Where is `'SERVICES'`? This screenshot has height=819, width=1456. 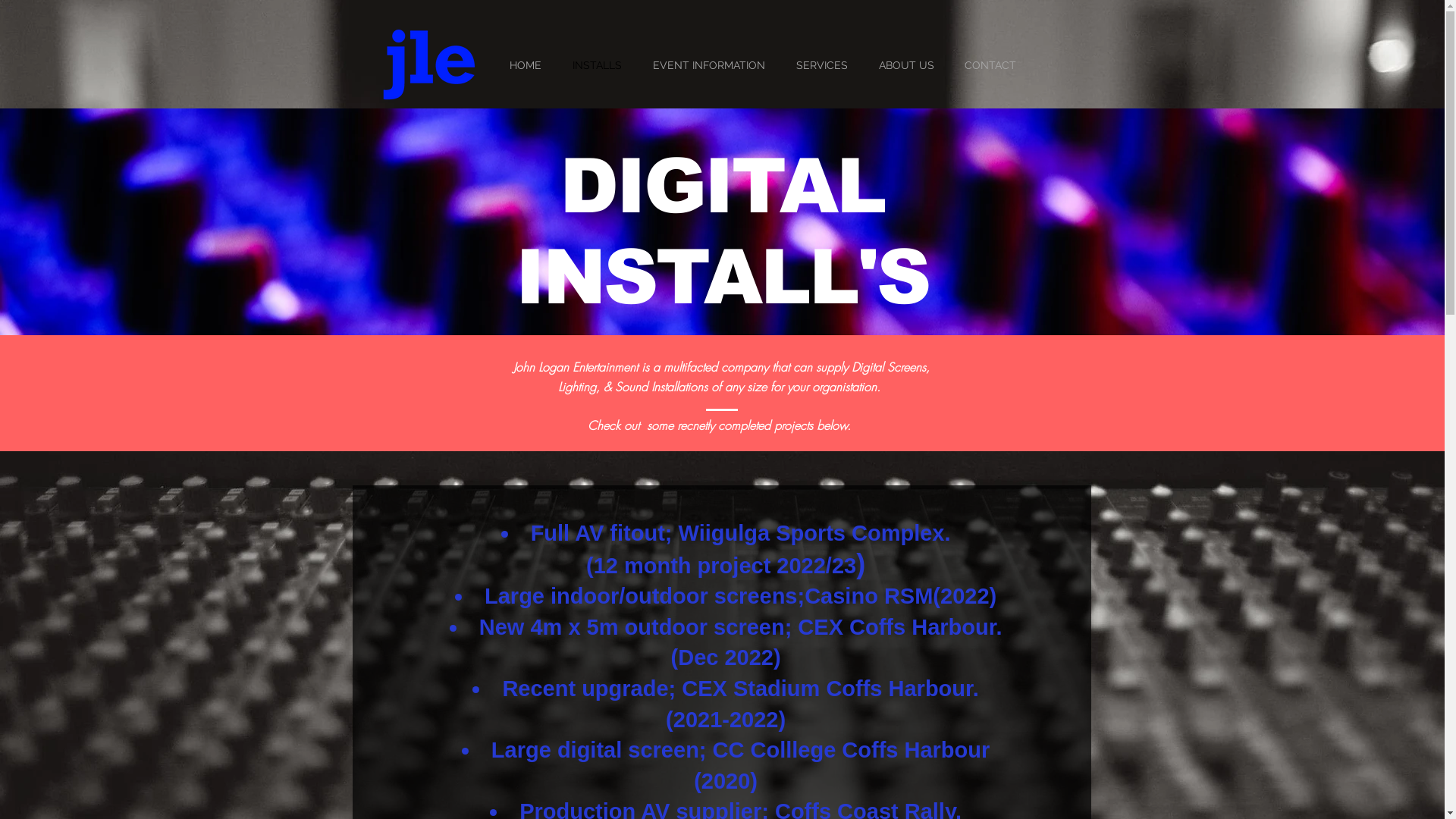 'SERVICES' is located at coordinates (821, 64).